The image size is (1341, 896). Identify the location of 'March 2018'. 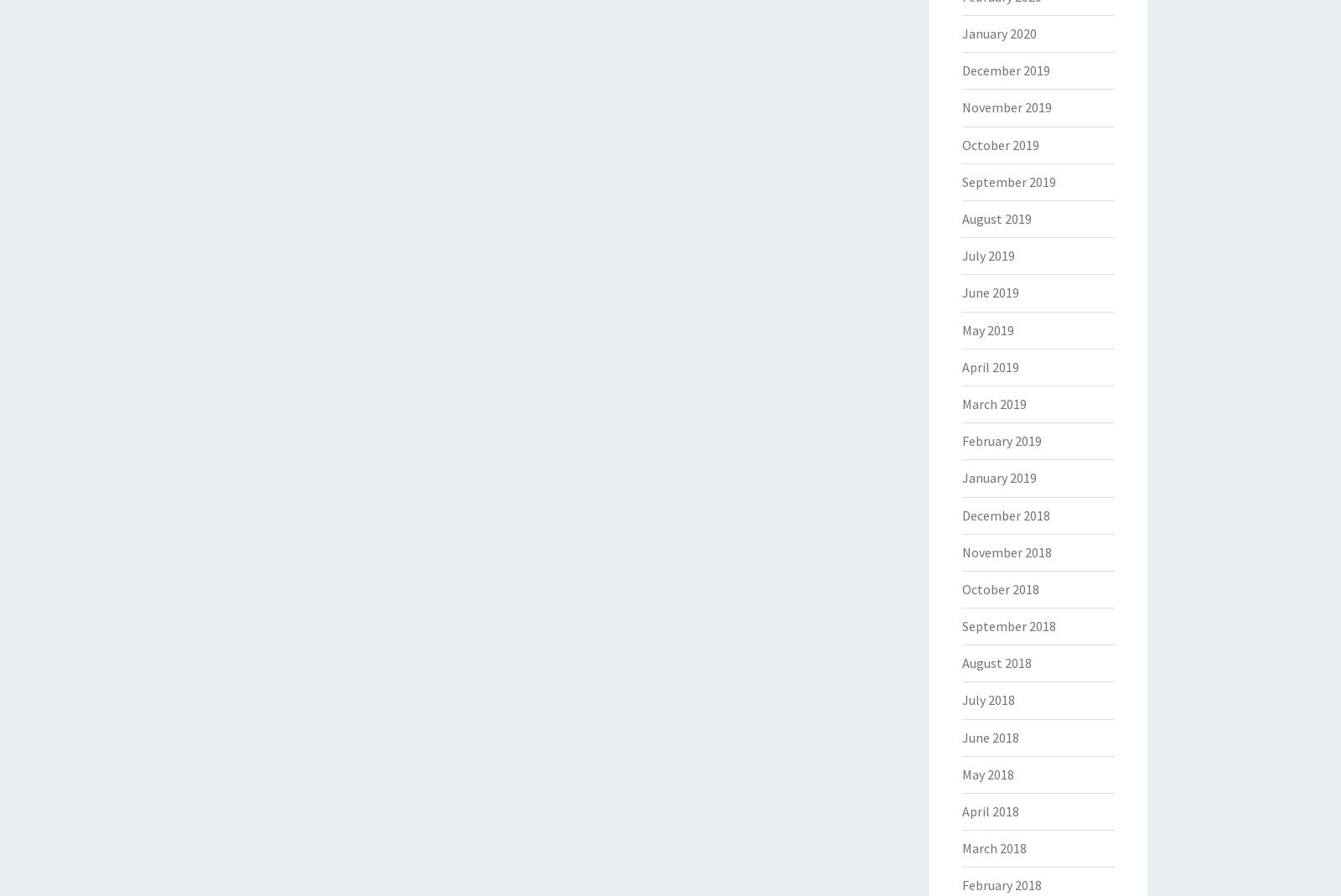
(961, 848).